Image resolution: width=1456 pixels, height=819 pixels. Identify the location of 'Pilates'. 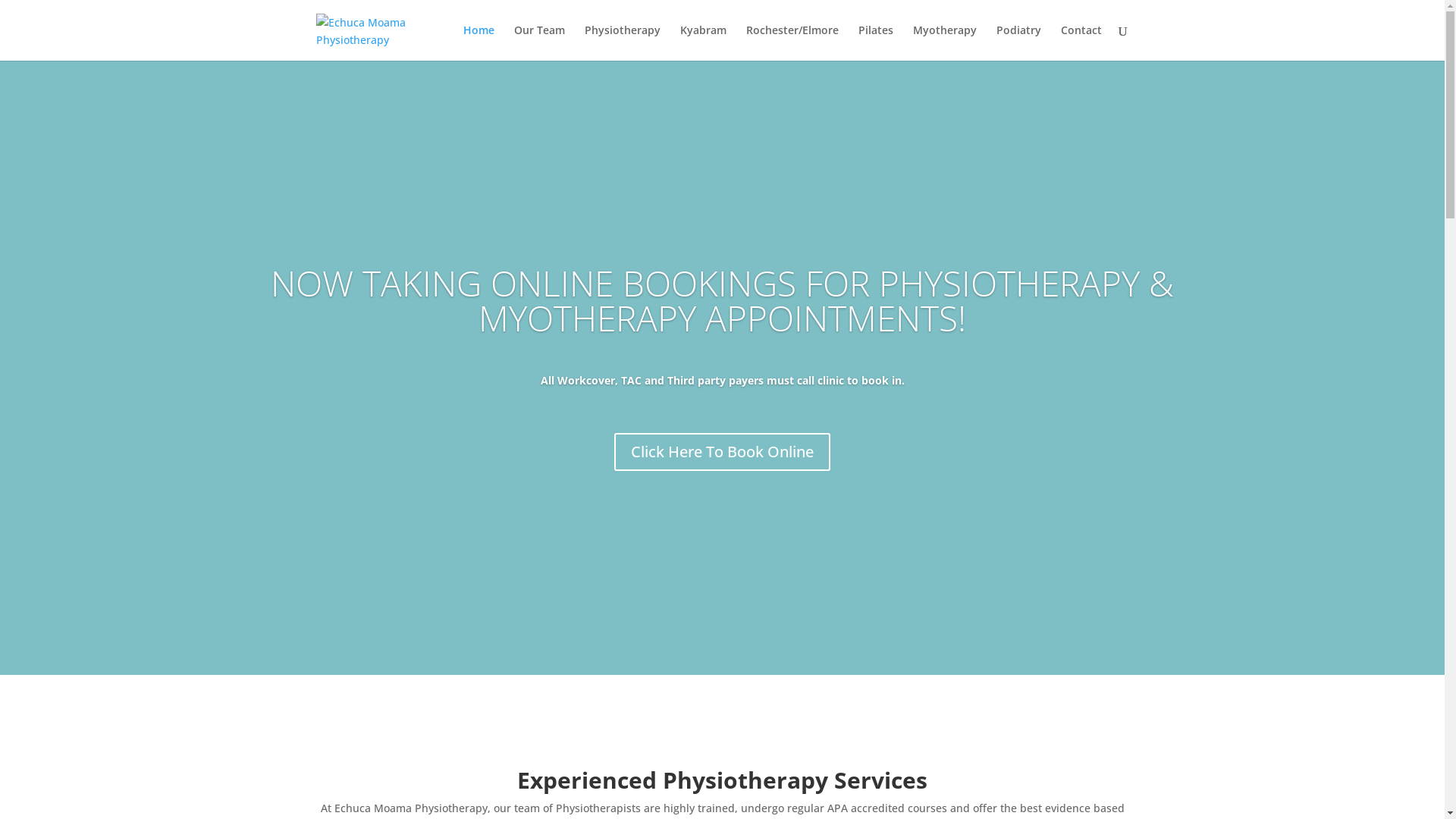
(876, 42).